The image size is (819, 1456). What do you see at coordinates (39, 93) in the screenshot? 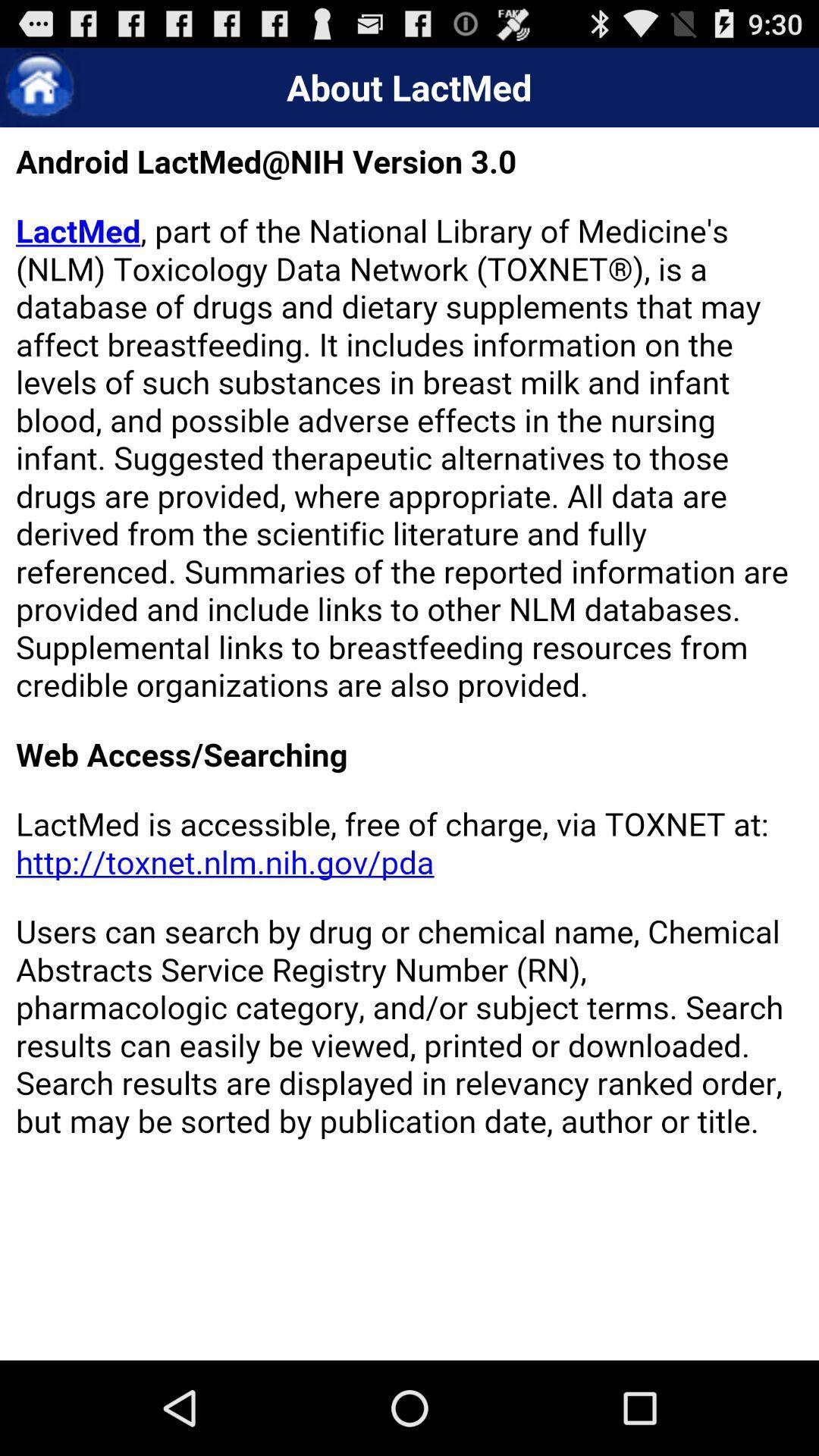
I see `the home icon` at bounding box center [39, 93].